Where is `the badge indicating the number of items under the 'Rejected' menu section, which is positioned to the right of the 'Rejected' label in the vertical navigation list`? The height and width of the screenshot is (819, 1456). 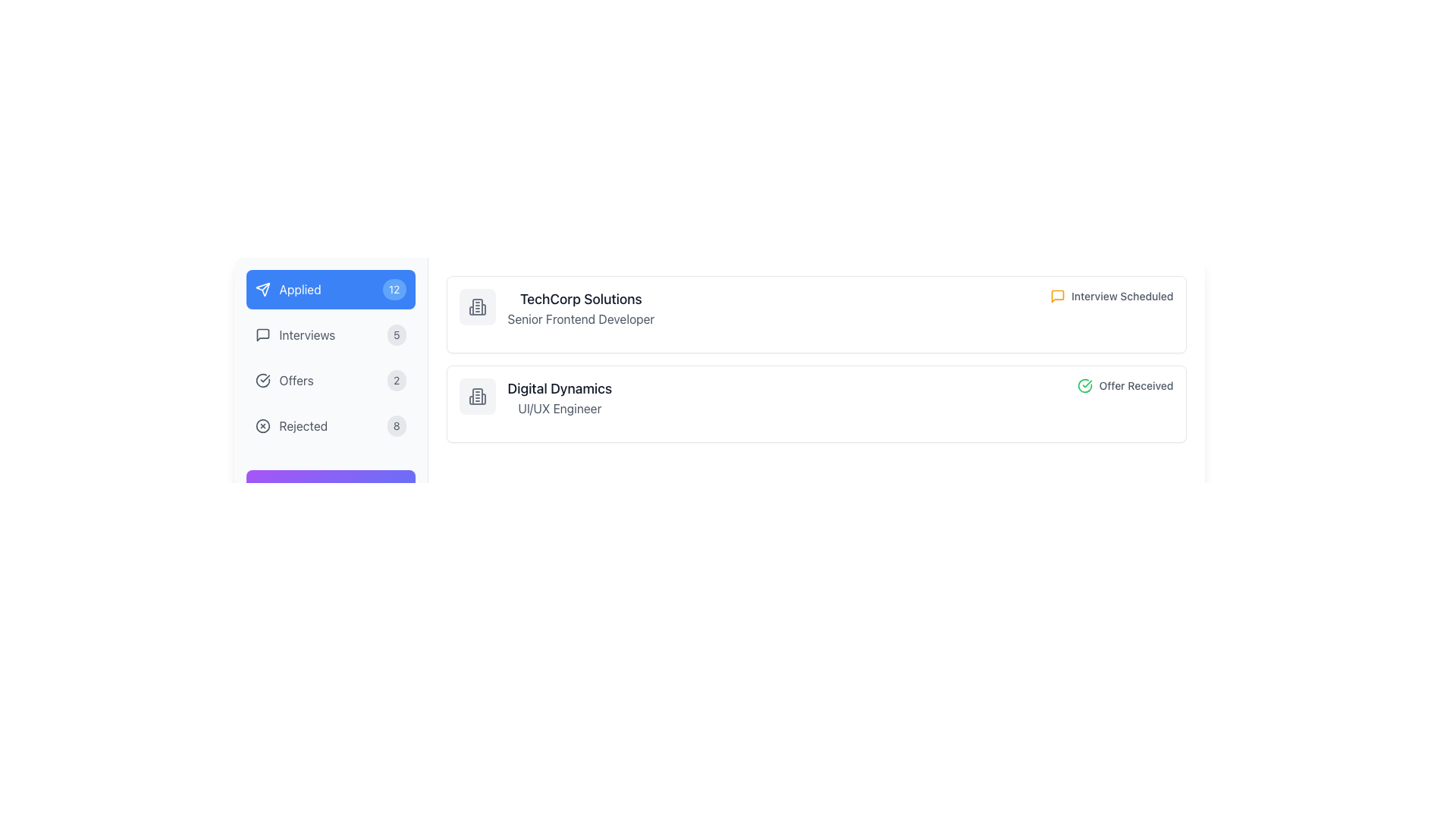
the badge indicating the number of items under the 'Rejected' menu section, which is positioned to the right of the 'Rejected' label in the vertical navigation list is located at coordinates (397, 426).